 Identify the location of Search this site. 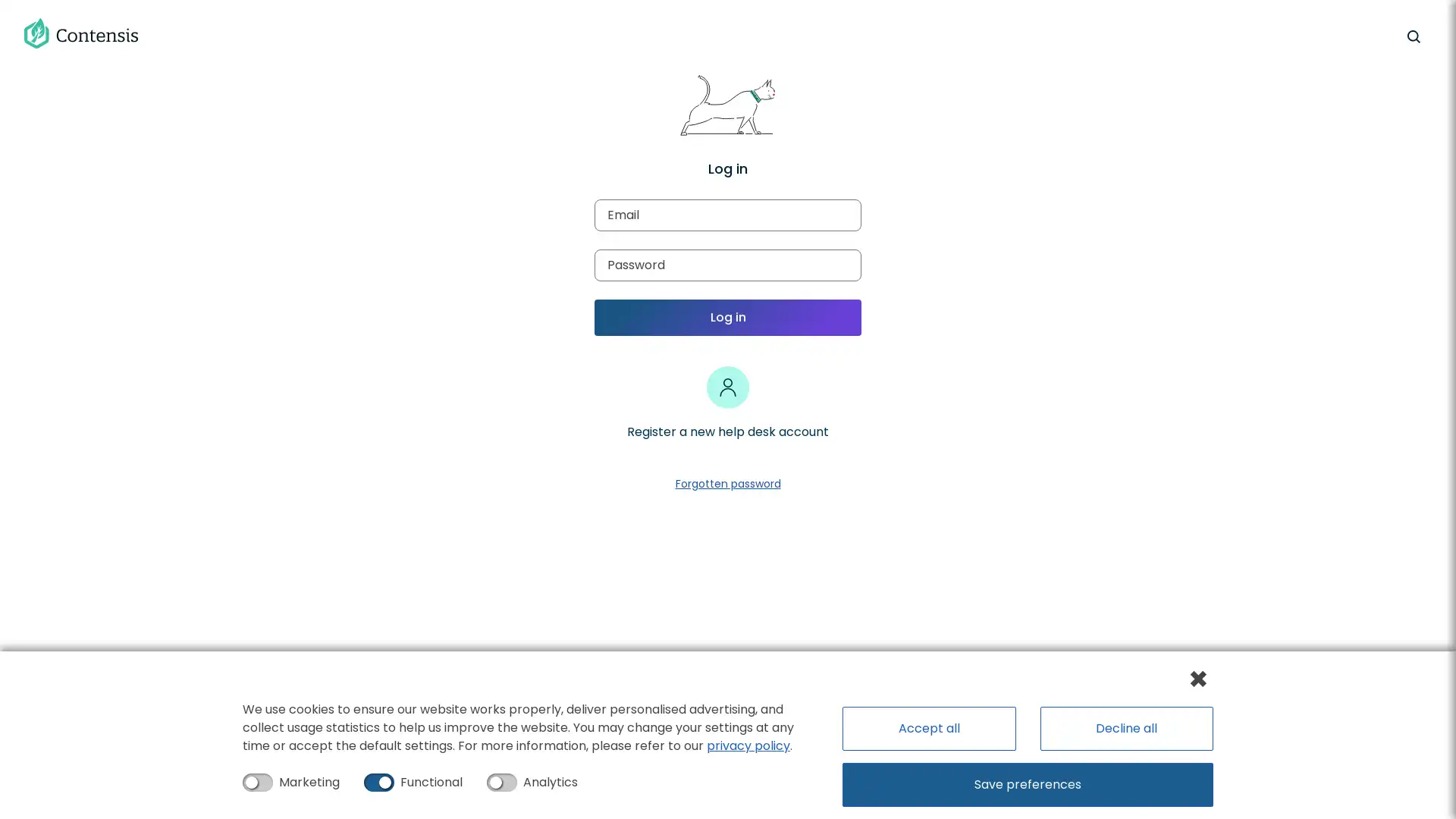
(1412, 34).